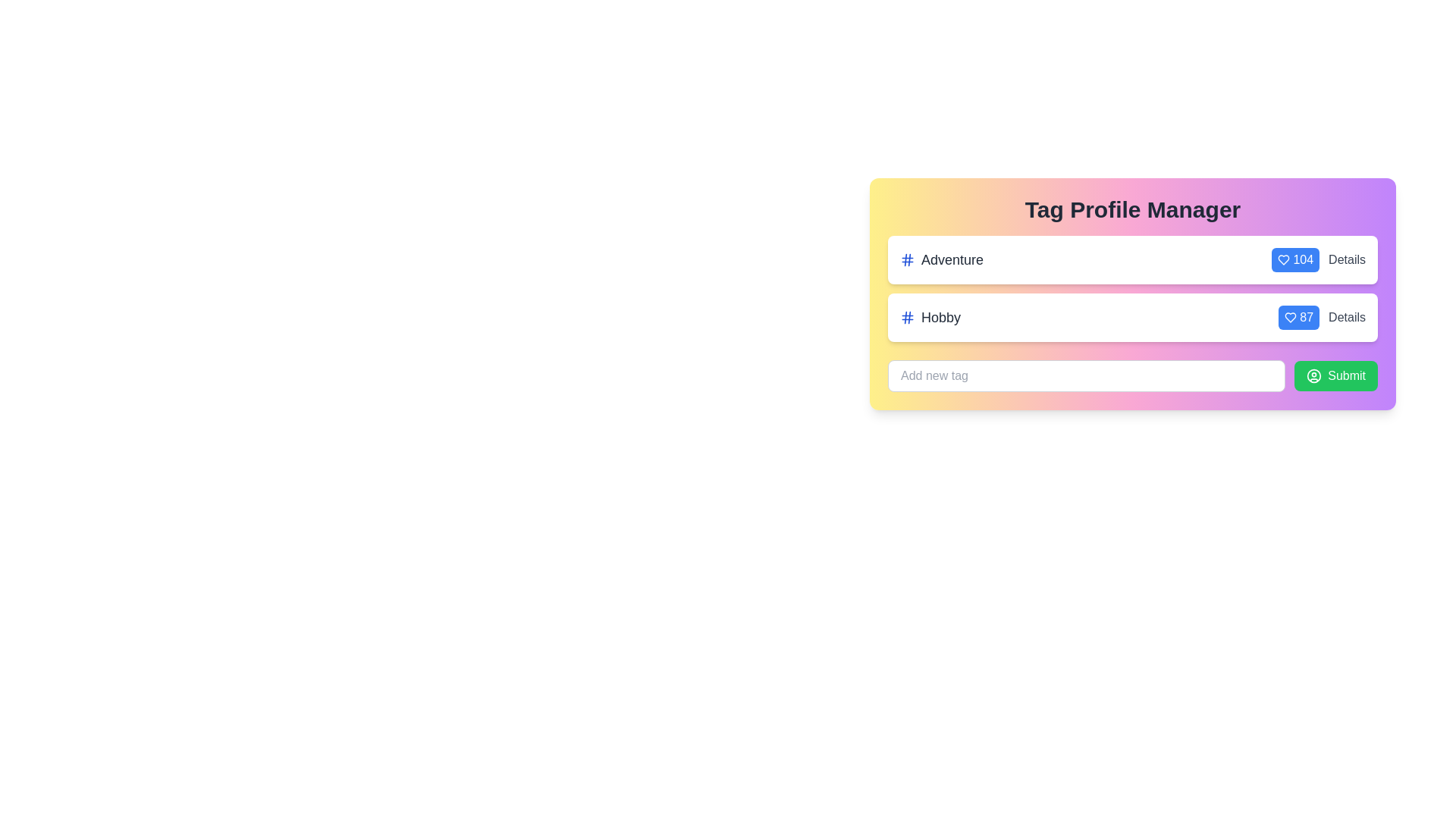  I want to click on the blue rectangular button with a white heart icon and the number '104', so click(1294, 259).